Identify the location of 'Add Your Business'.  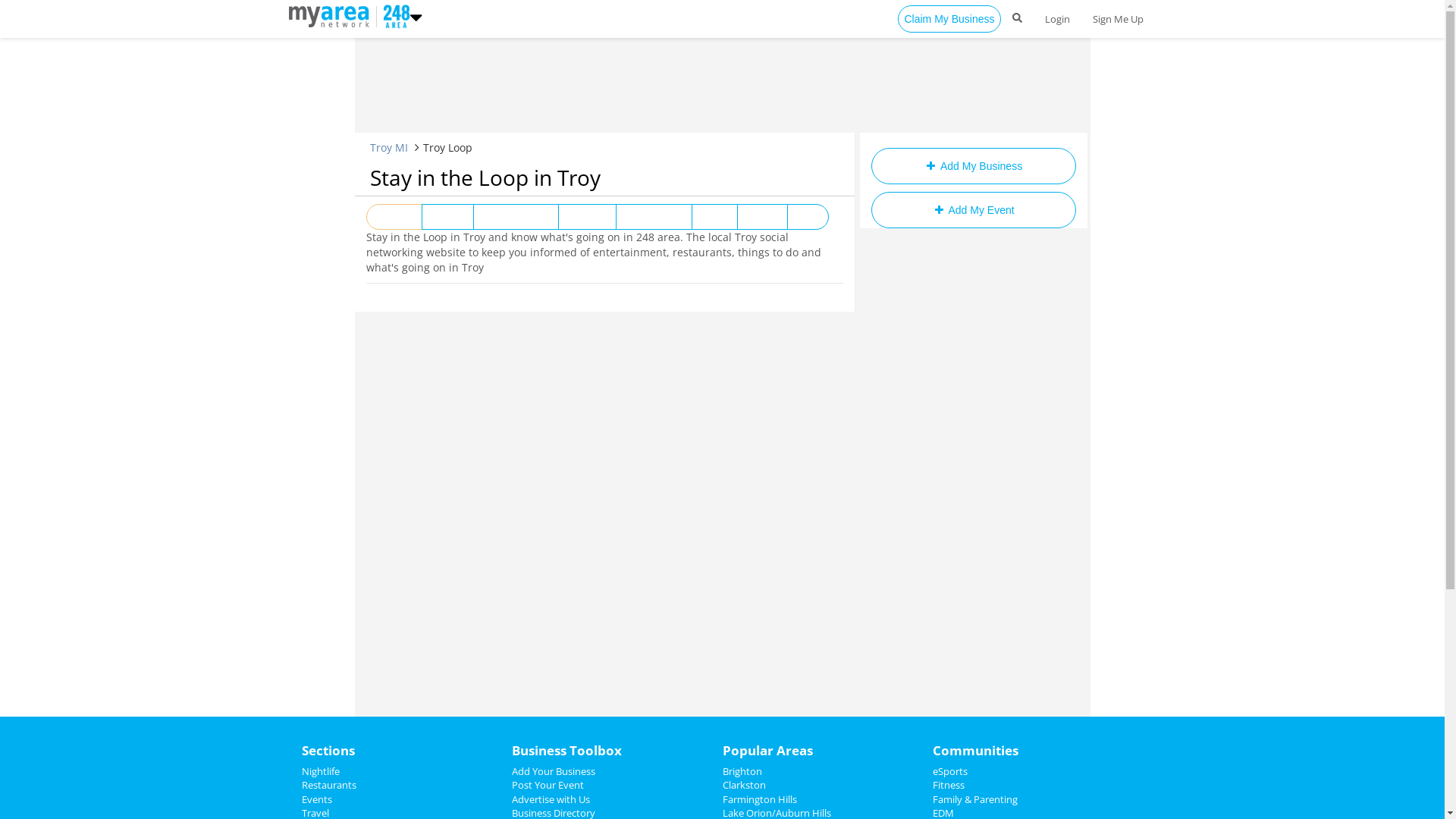
(512, 771).